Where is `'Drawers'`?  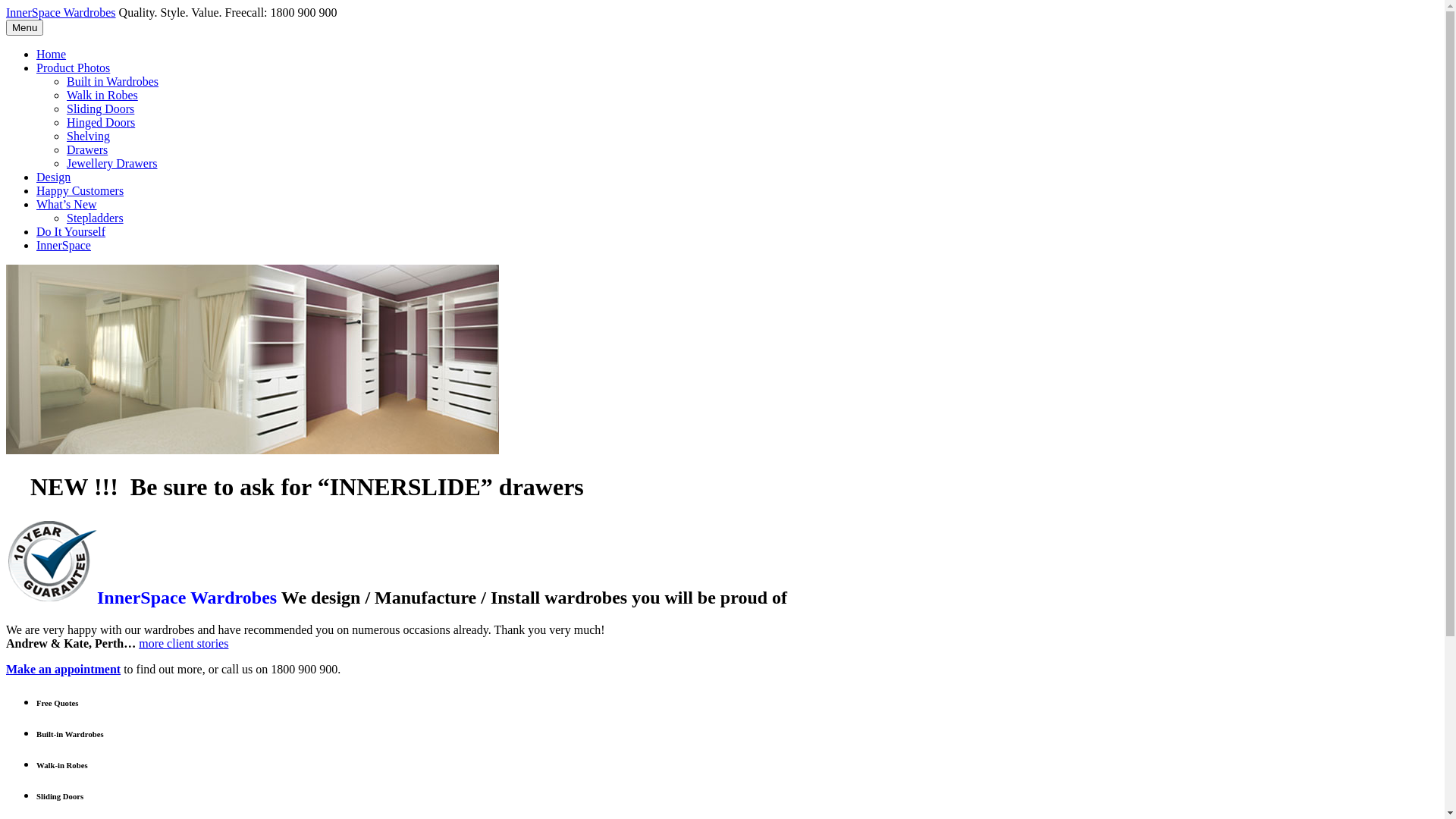
'Drawers' is located at coordinates (86, 149).